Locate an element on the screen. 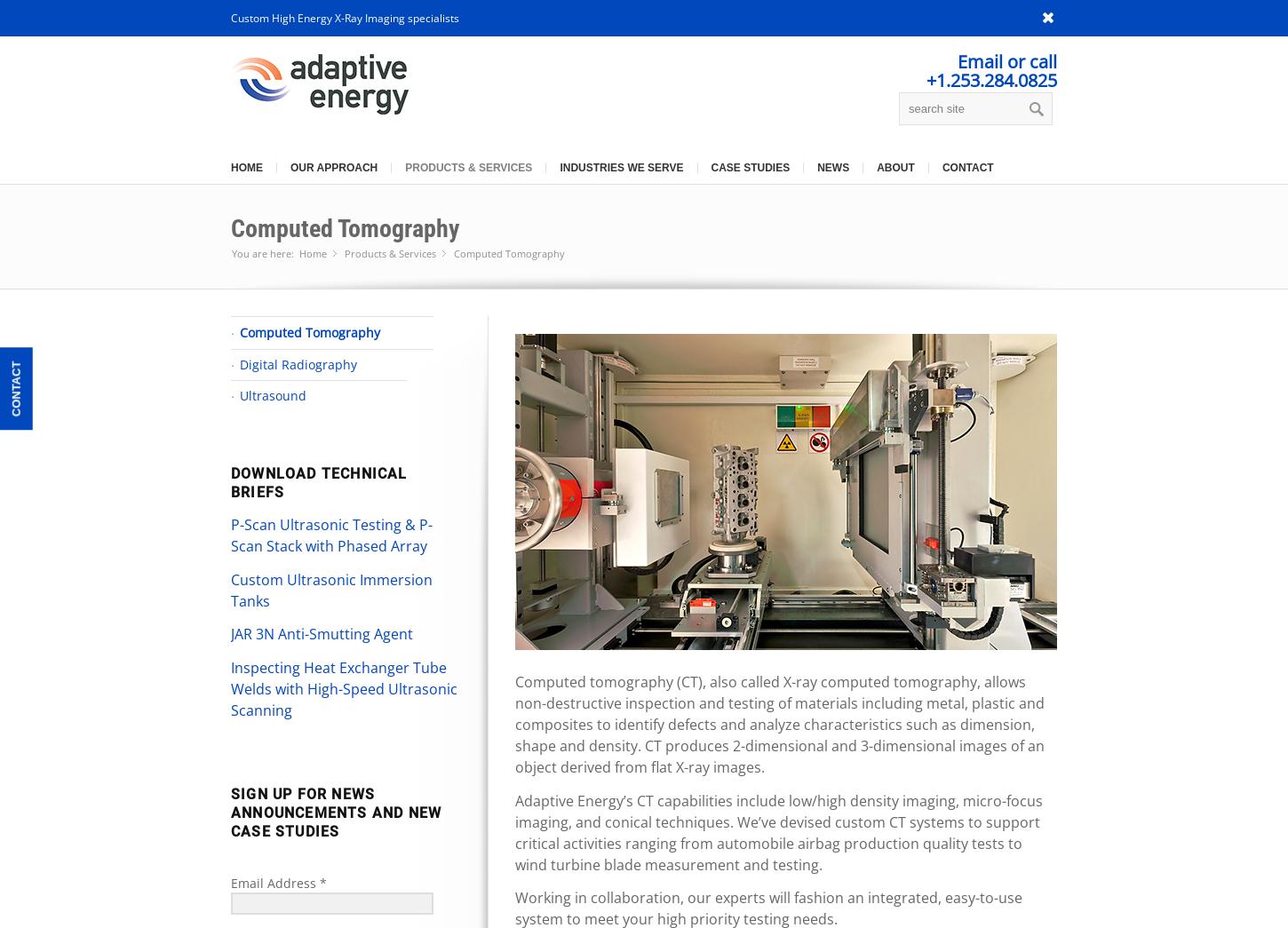 Image resolution: width=1288 pixels, height=928 pixels. 'Sign' is located at coordinates (249, 794).